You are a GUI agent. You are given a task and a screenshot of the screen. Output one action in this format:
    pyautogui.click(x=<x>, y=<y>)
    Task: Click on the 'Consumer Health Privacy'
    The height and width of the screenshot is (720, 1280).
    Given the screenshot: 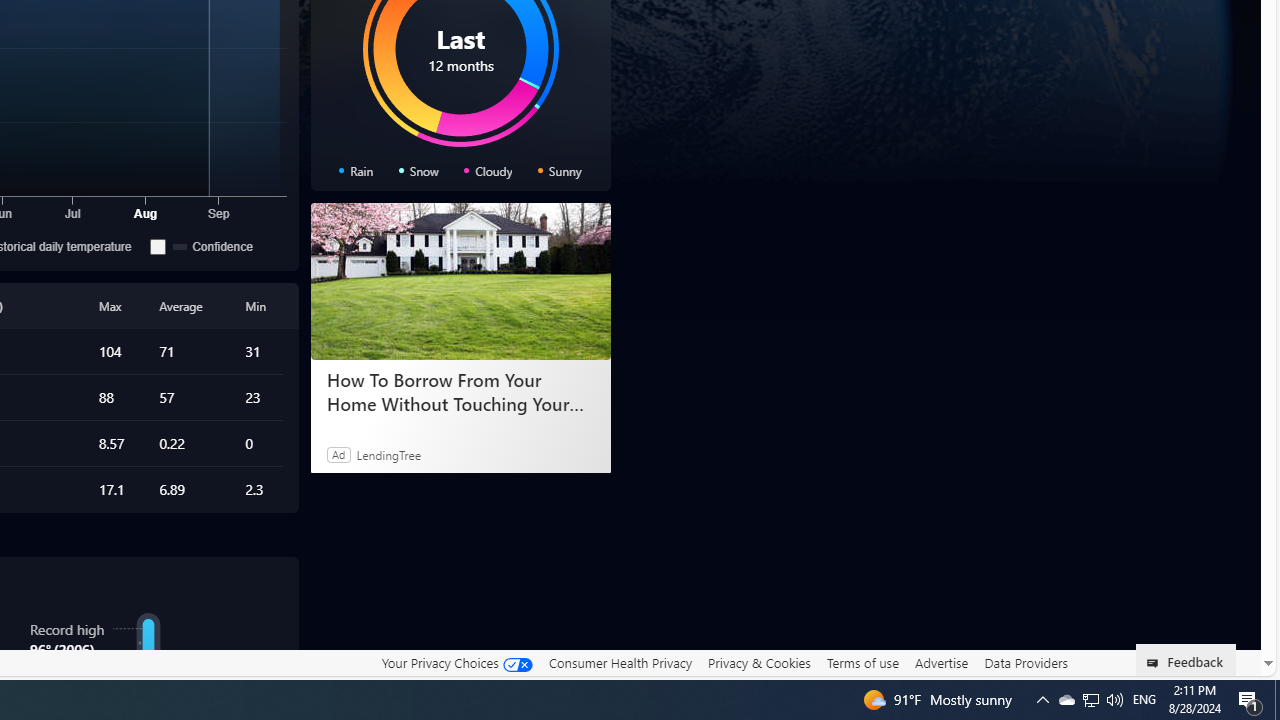 What is the action you would take?
    pyautogui.click(x=619, y=663)
    